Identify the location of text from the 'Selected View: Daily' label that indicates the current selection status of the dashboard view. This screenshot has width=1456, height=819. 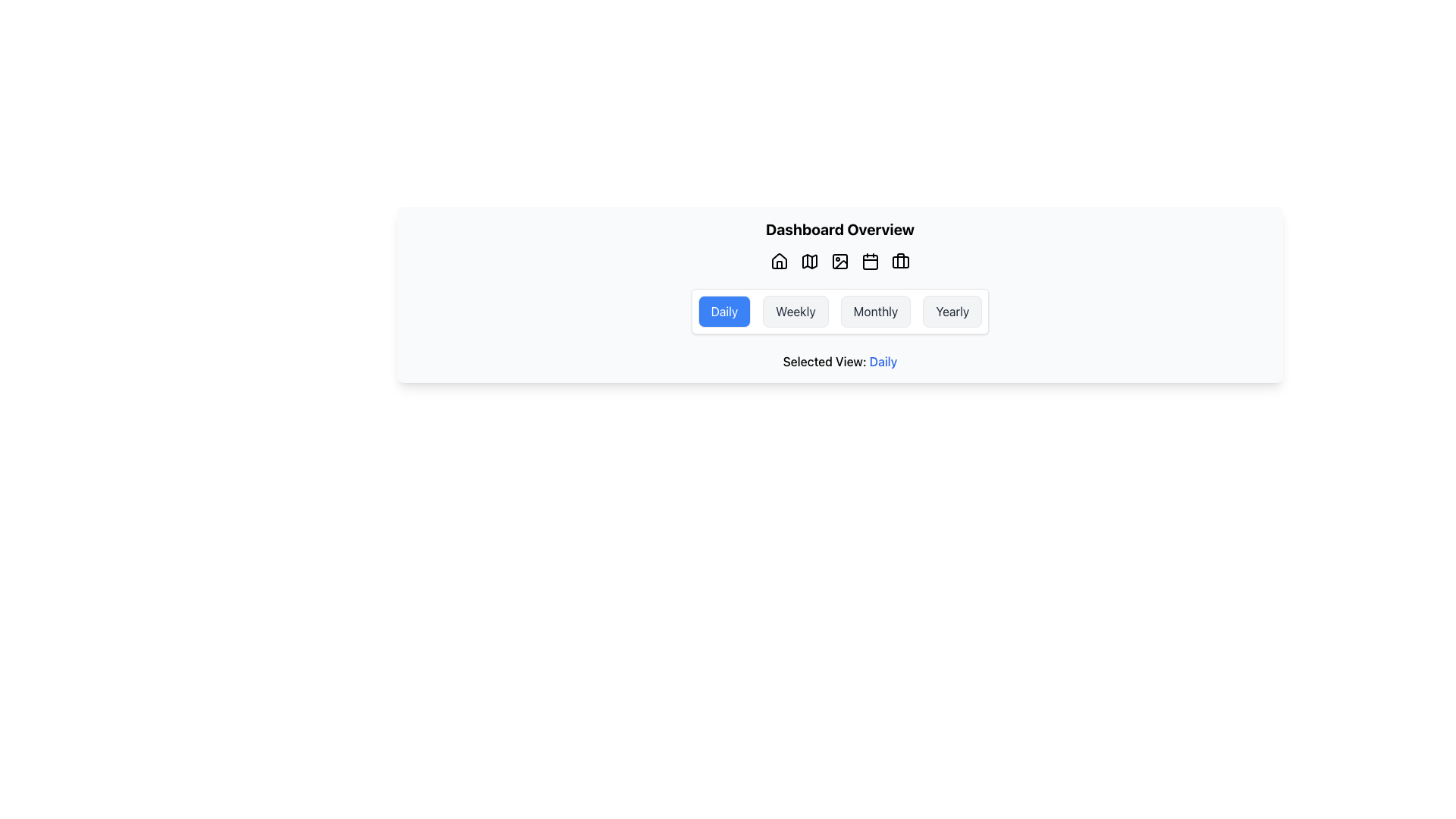
(839, 362).